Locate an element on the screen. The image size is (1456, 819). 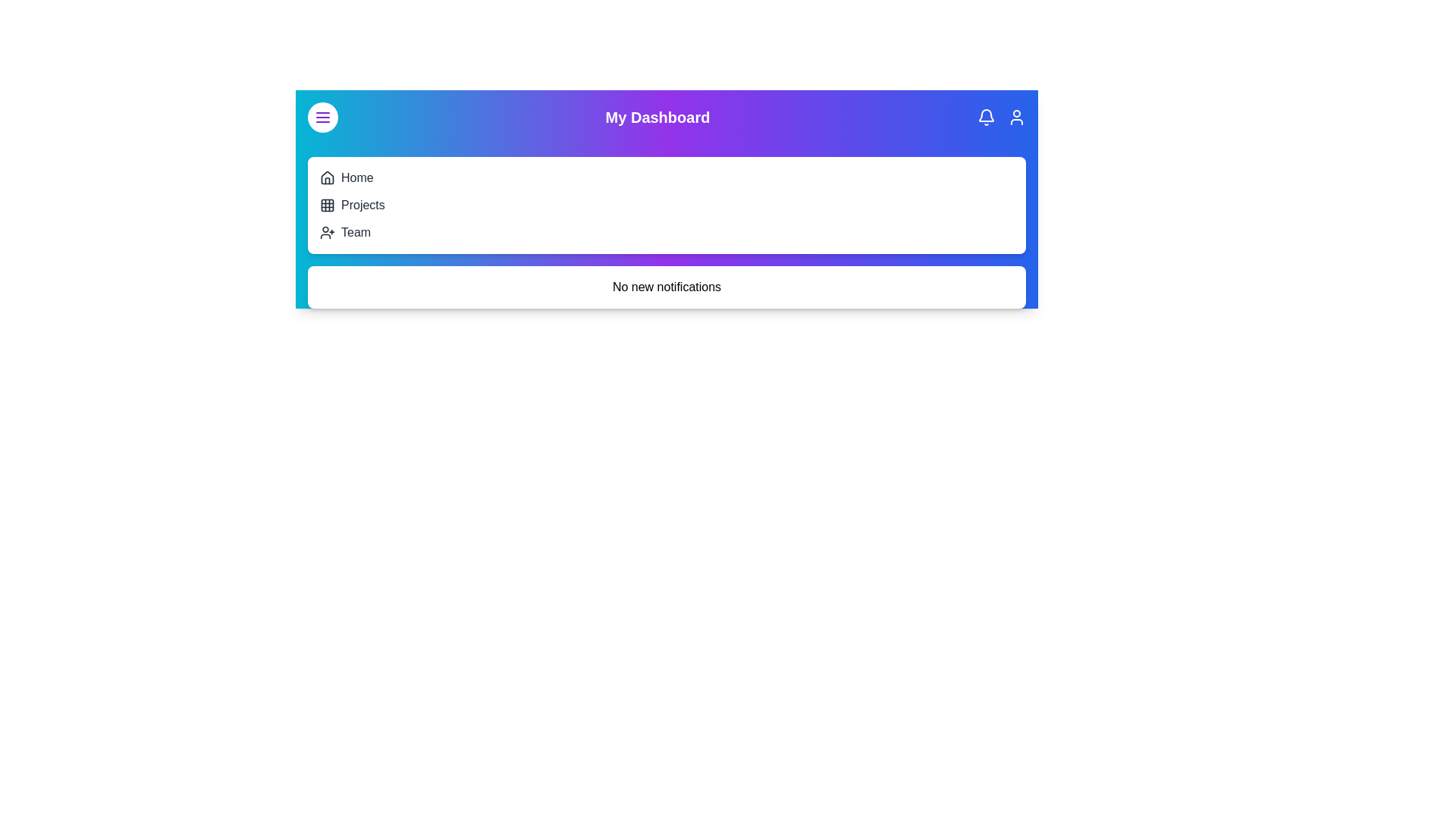
the menu toggle button to toggle the menu visibility is located at coordinates (322, 116).